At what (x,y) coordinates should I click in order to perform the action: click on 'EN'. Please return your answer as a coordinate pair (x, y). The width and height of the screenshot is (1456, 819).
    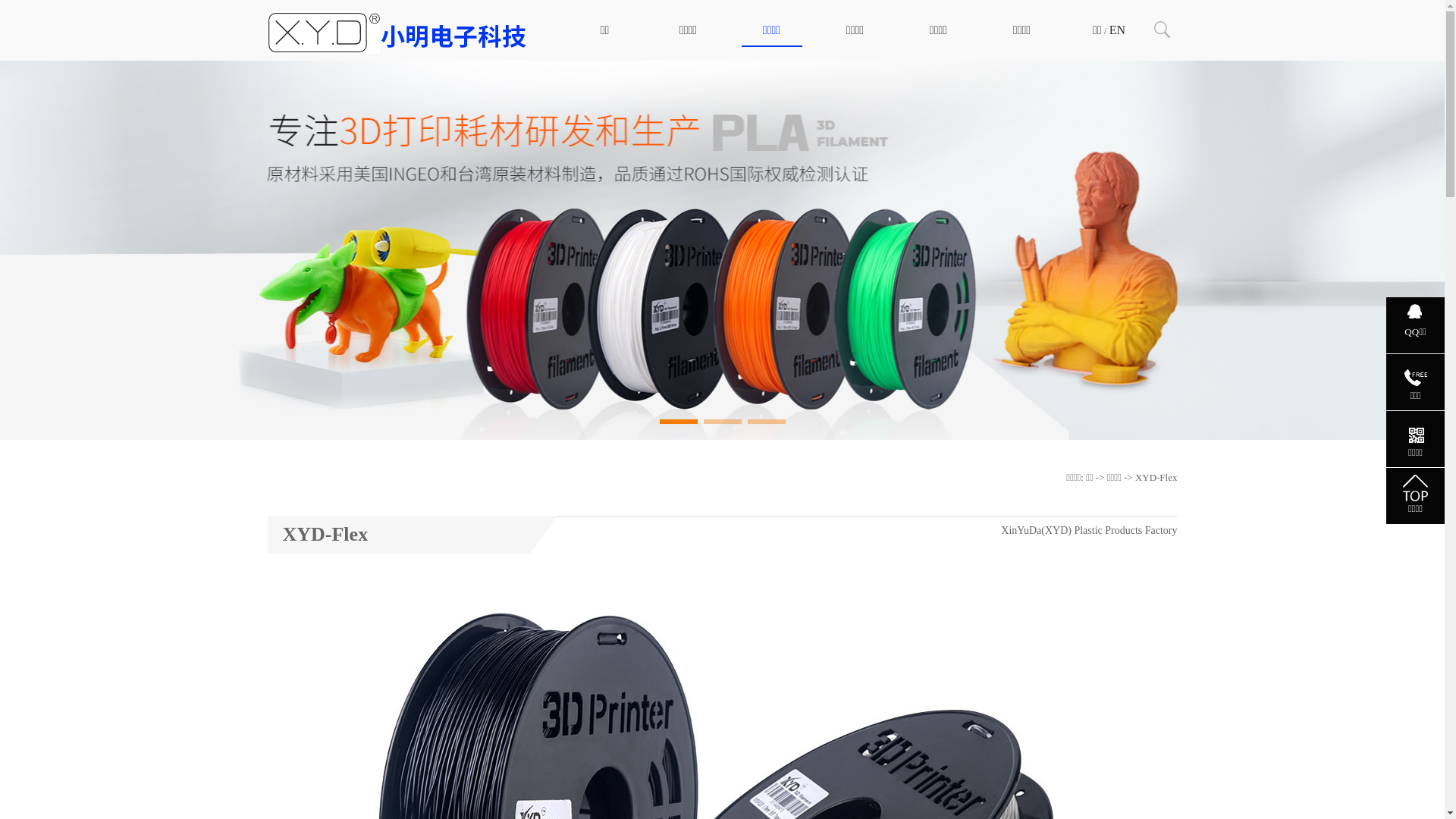
    Looking at the image, I should click on (1109, 30).